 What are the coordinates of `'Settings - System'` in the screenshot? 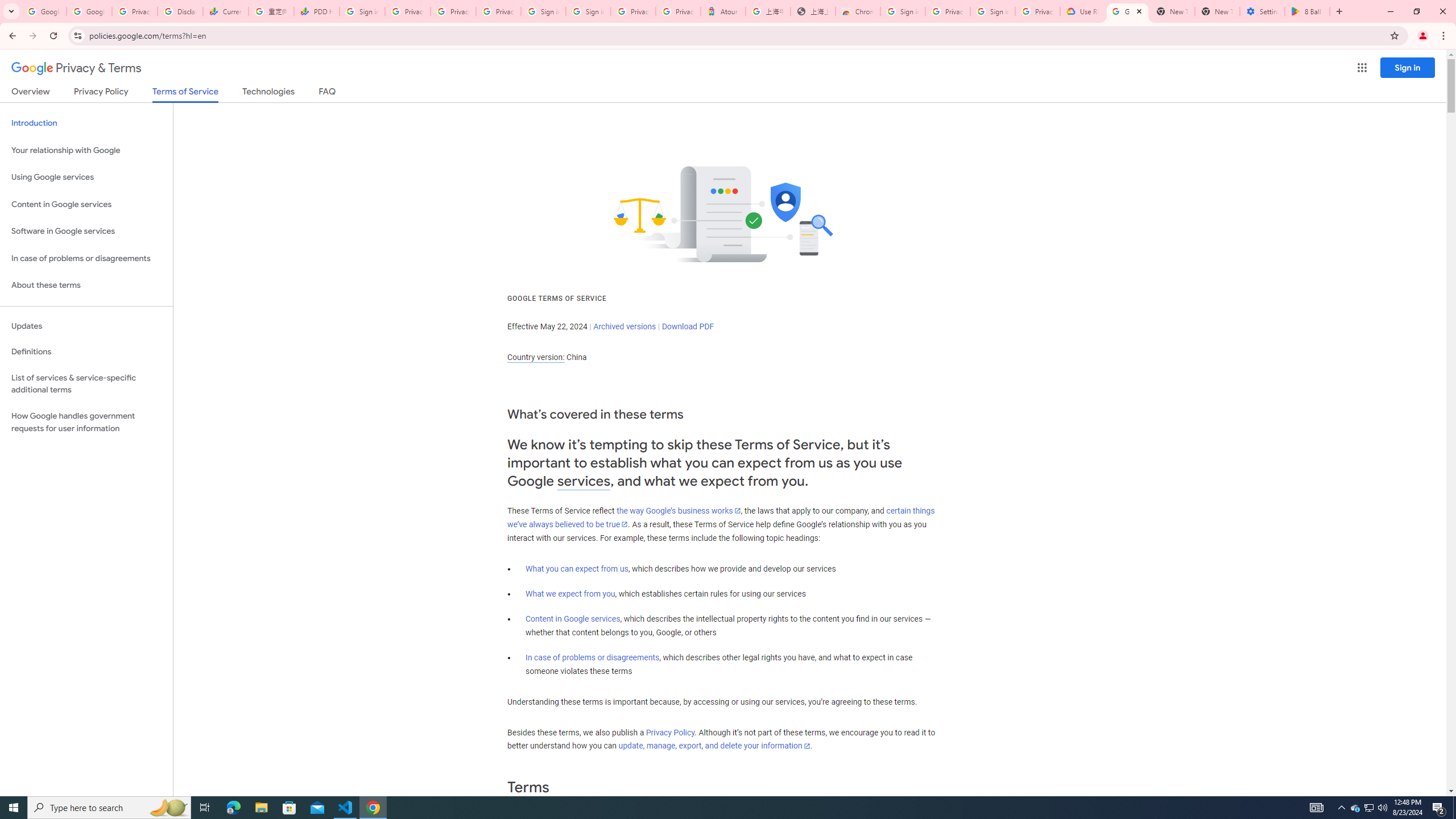 It's located at (1261, 11).